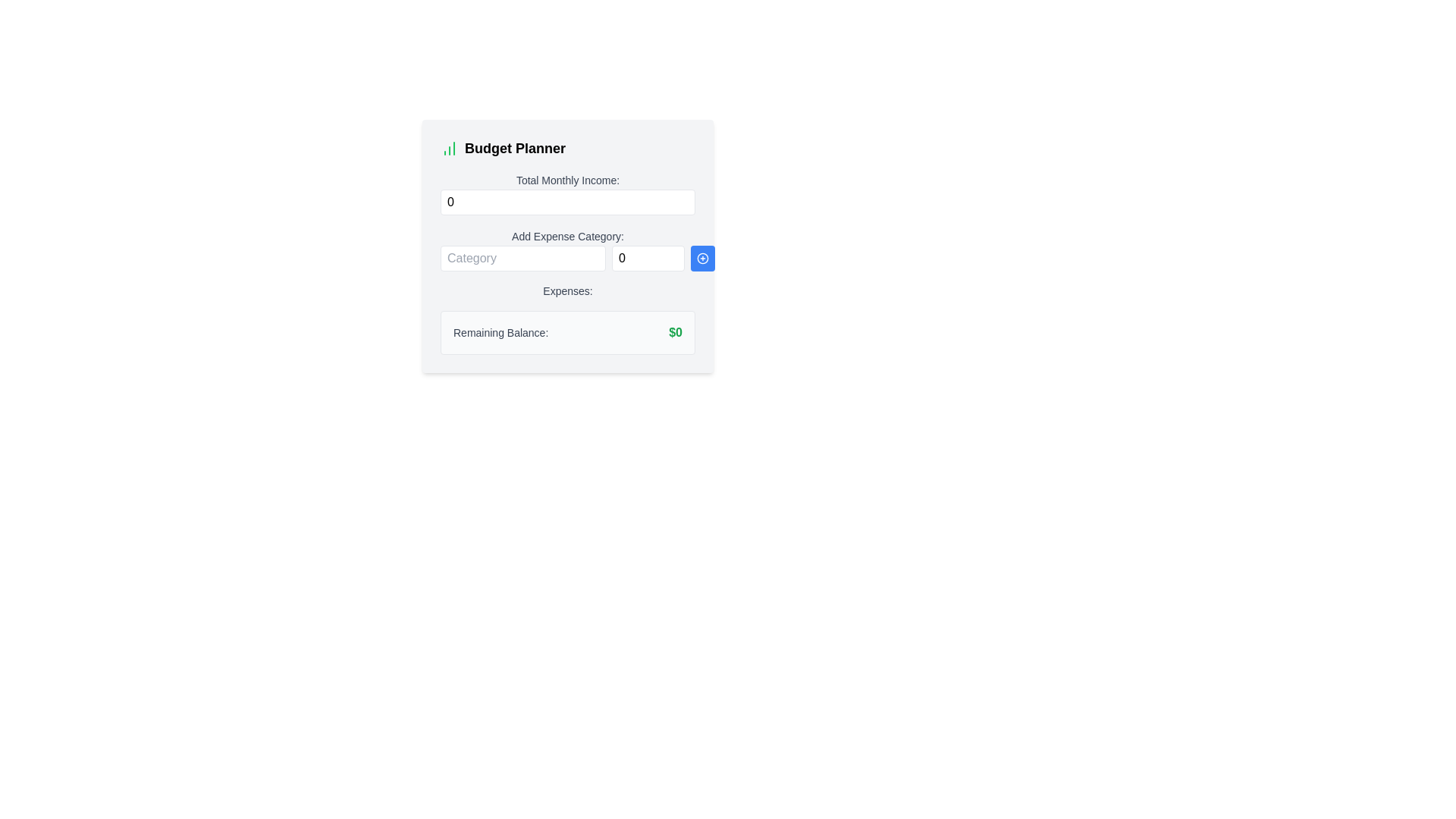 The width and height of the screenshot is (1456, 819). What do you see at coordinates (566, 180) in the screenshot?
I see `the label indicating 'Total Monthly Income:' which is positioned centrally above the numeric input field for entering monthly income` at bounding box center [566, 180].